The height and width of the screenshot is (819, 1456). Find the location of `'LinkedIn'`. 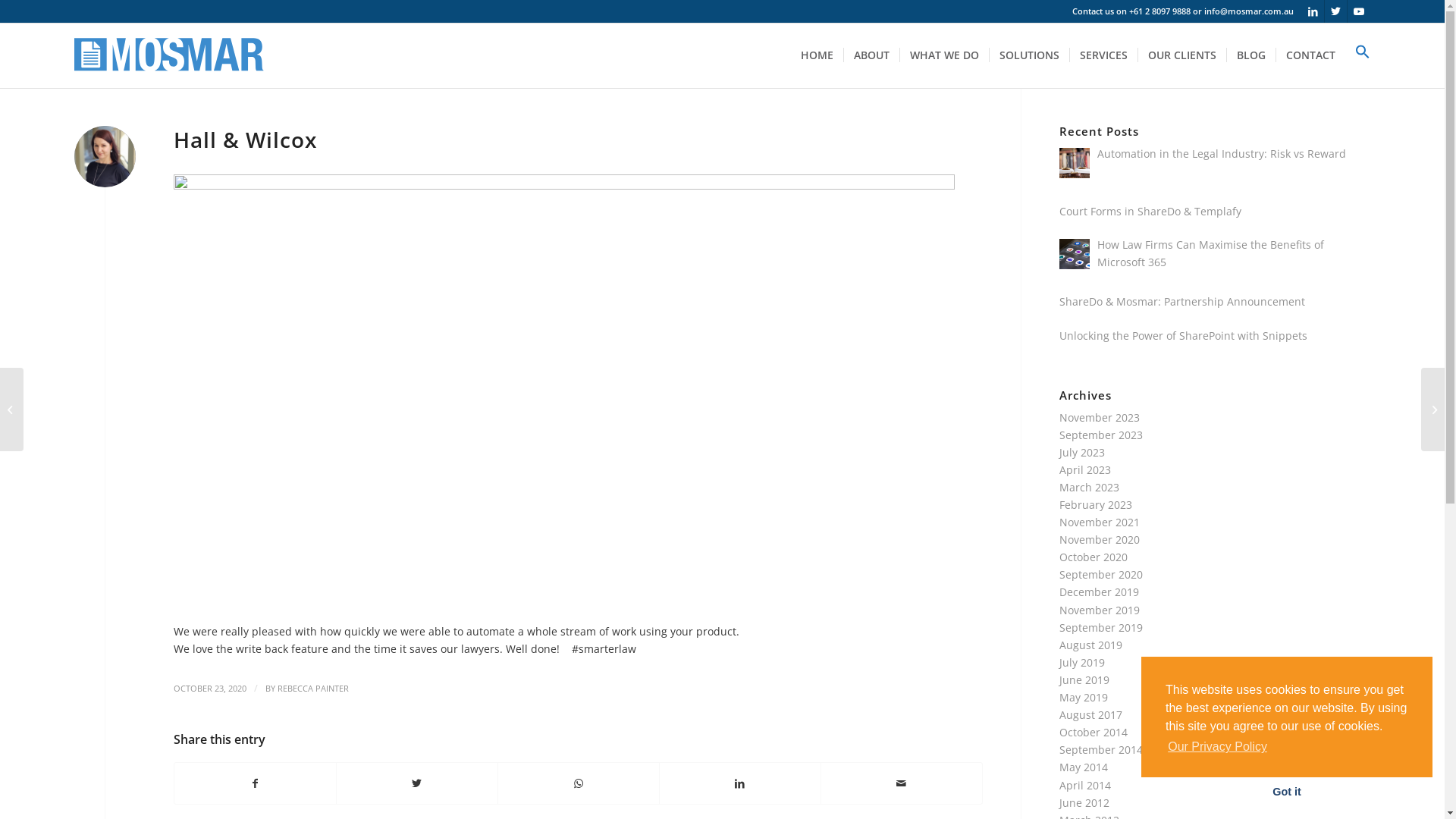

'LinkedIn' is located at coordinates (1312, 11).